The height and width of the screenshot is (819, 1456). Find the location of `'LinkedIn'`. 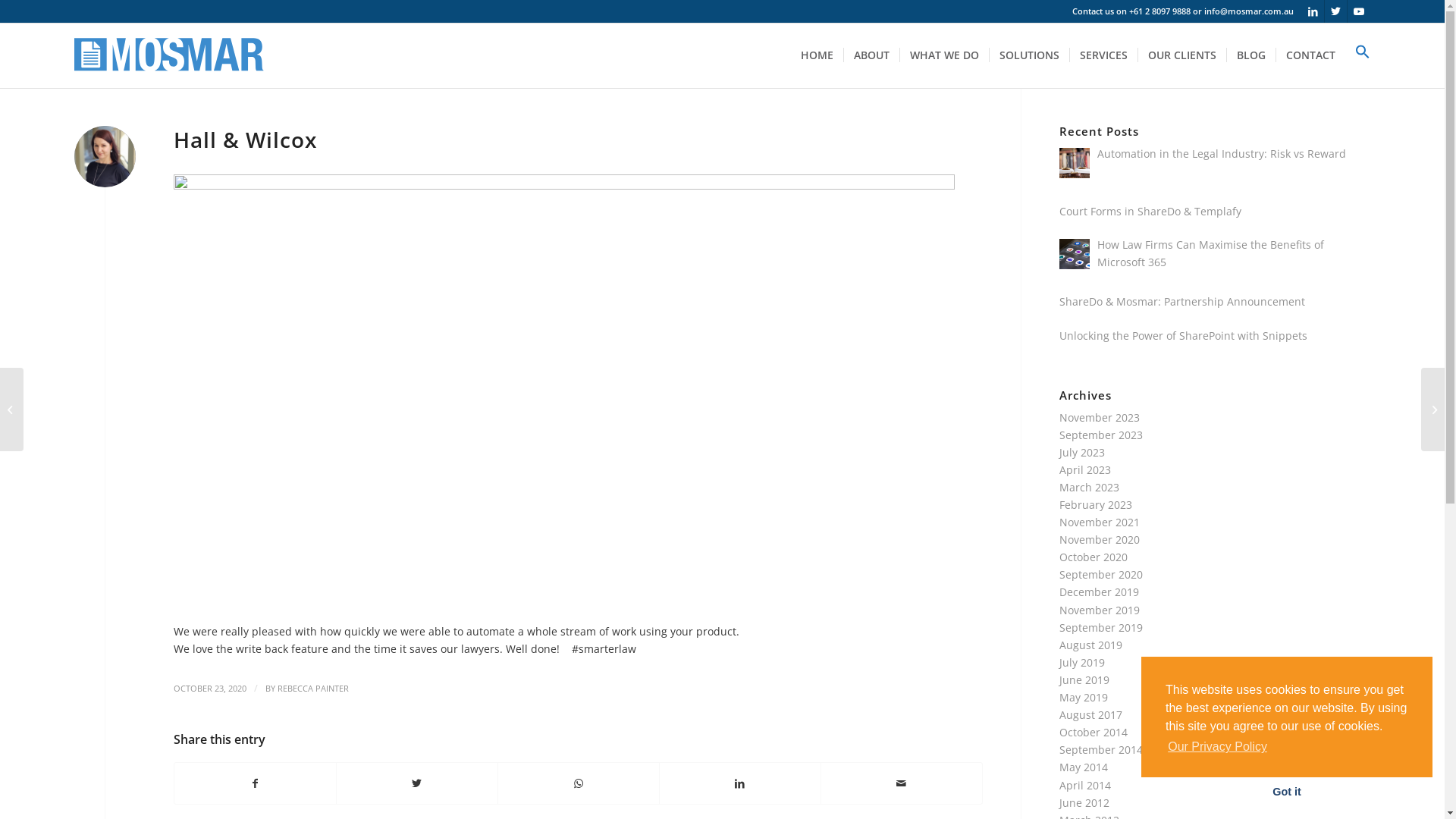

'LinkedIn' is located at coordinates (1312, 11).